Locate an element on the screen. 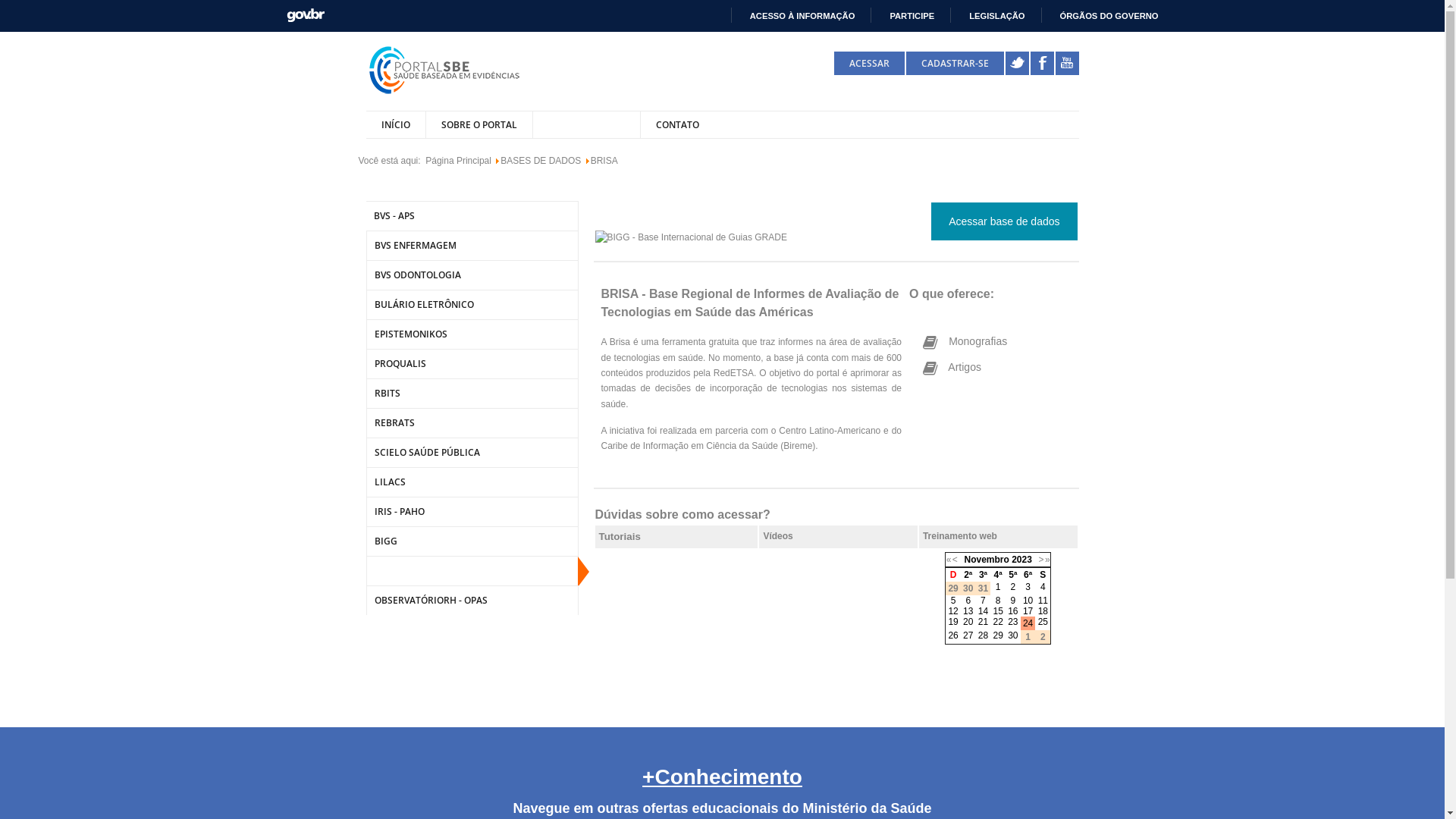 This screenshot has width=1456, height=819. '13' is located at coordinates (967, 610).